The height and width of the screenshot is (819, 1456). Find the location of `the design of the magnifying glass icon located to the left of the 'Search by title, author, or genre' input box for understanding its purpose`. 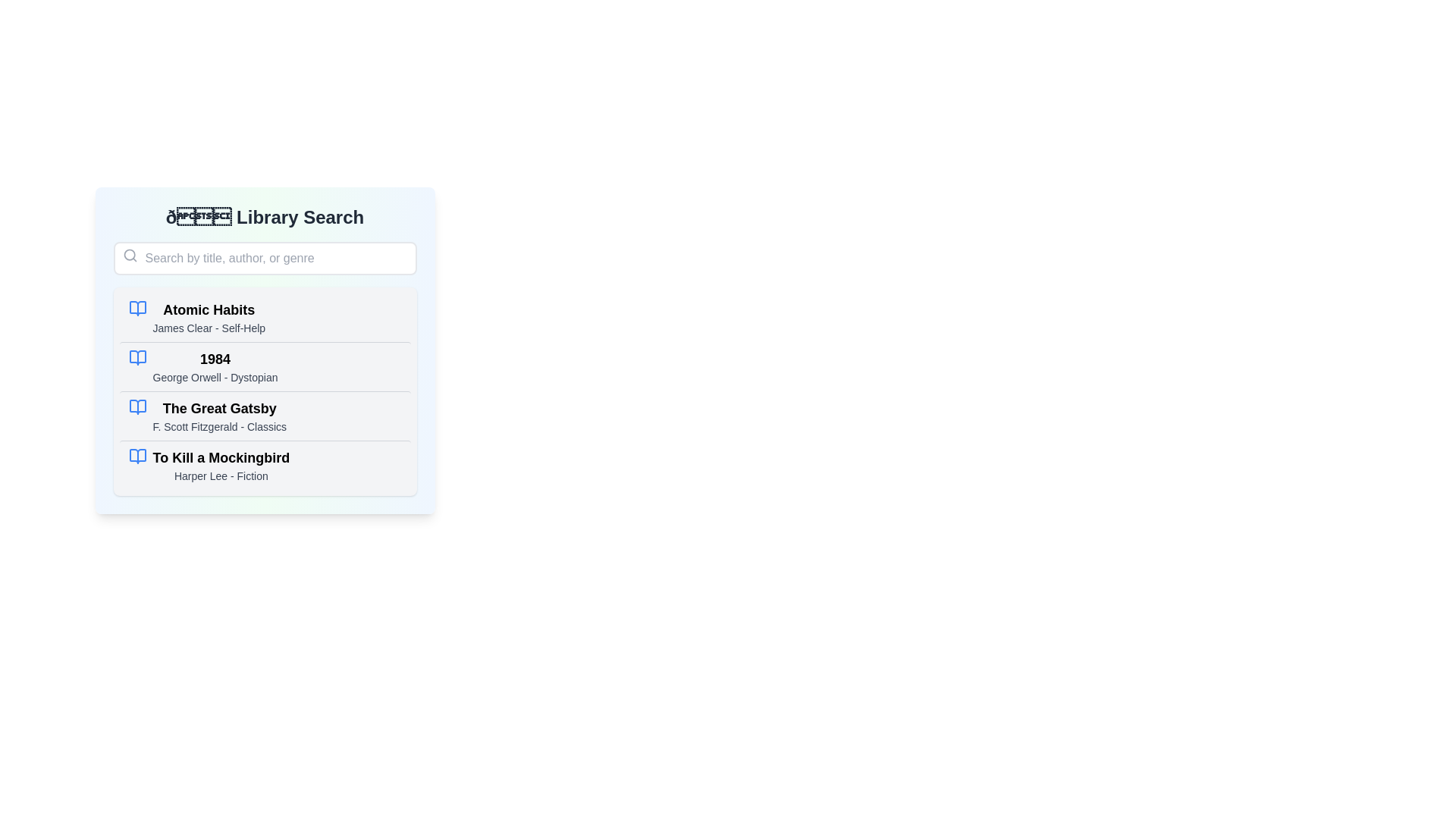

the design of the magnifying glass icon located to the left of the 'Search by title, author, or genre' input box for understanding its purpose is located at coordinates (130, 254).